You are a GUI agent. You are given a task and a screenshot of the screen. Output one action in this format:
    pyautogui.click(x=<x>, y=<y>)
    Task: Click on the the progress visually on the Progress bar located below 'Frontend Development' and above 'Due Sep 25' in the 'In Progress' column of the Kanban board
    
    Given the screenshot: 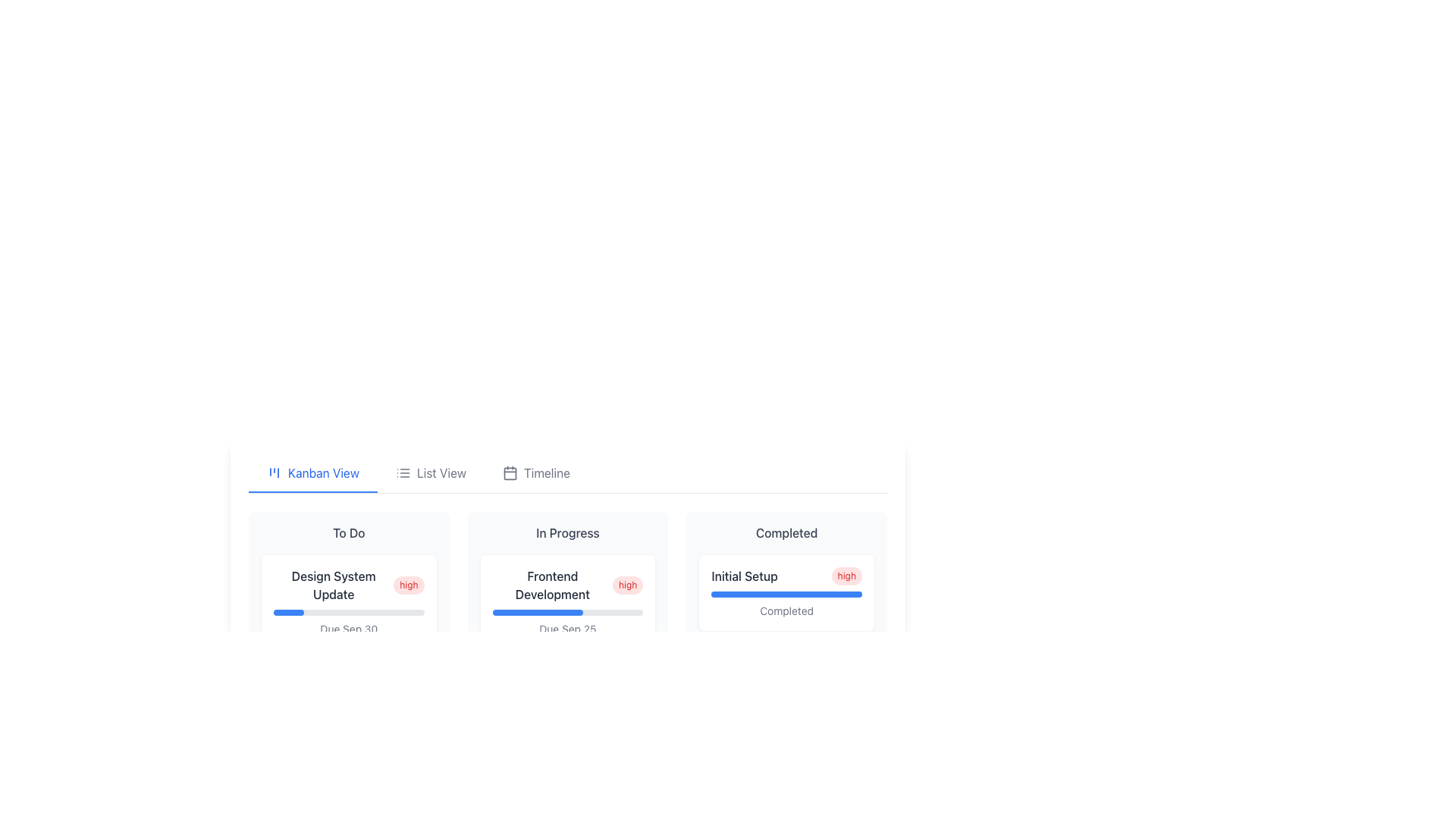 What is the action you would take?
    pyautogui.click(x=566, y=611)
    